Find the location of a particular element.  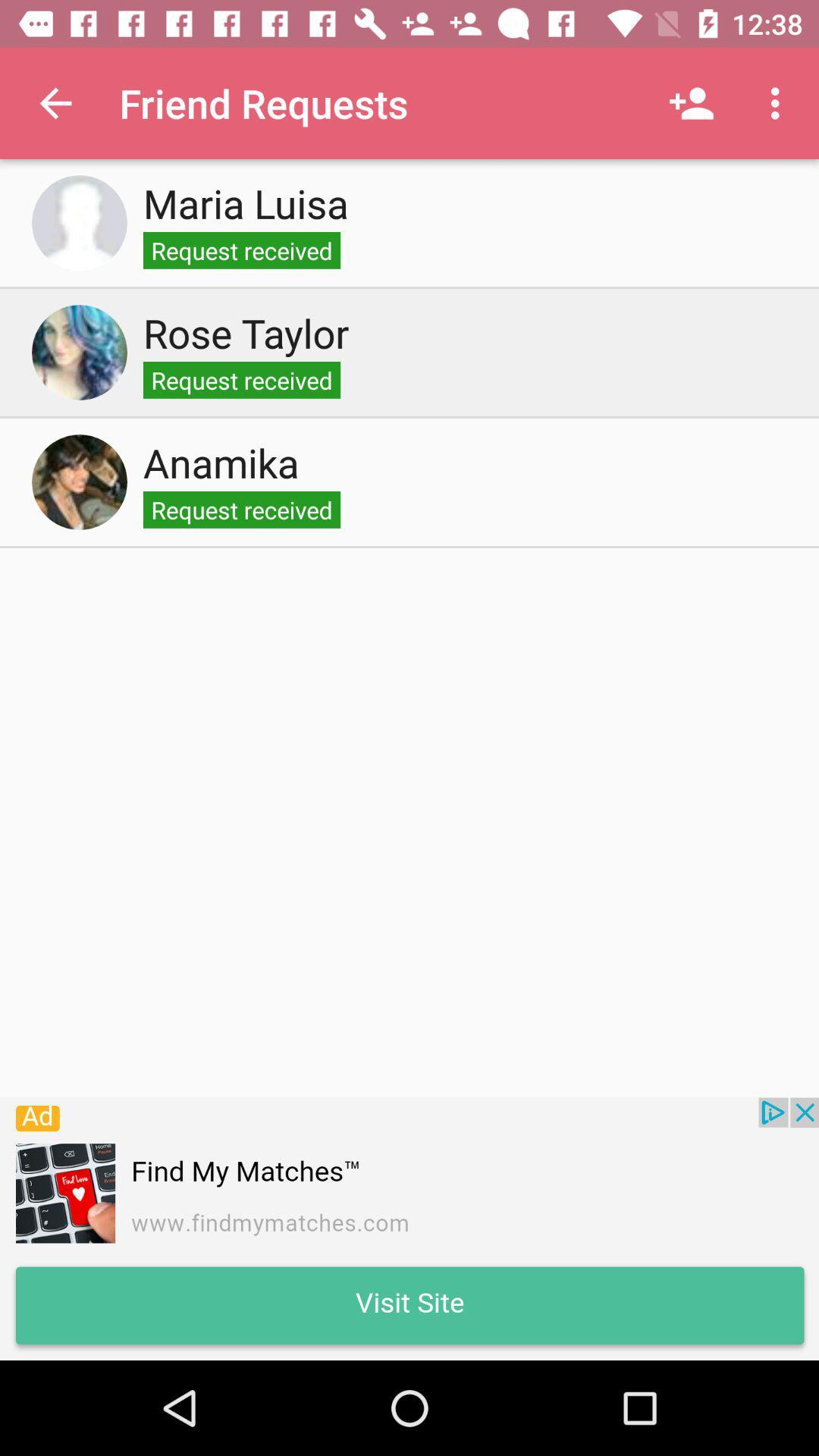

show profile information is located at coordinates (79, 221).